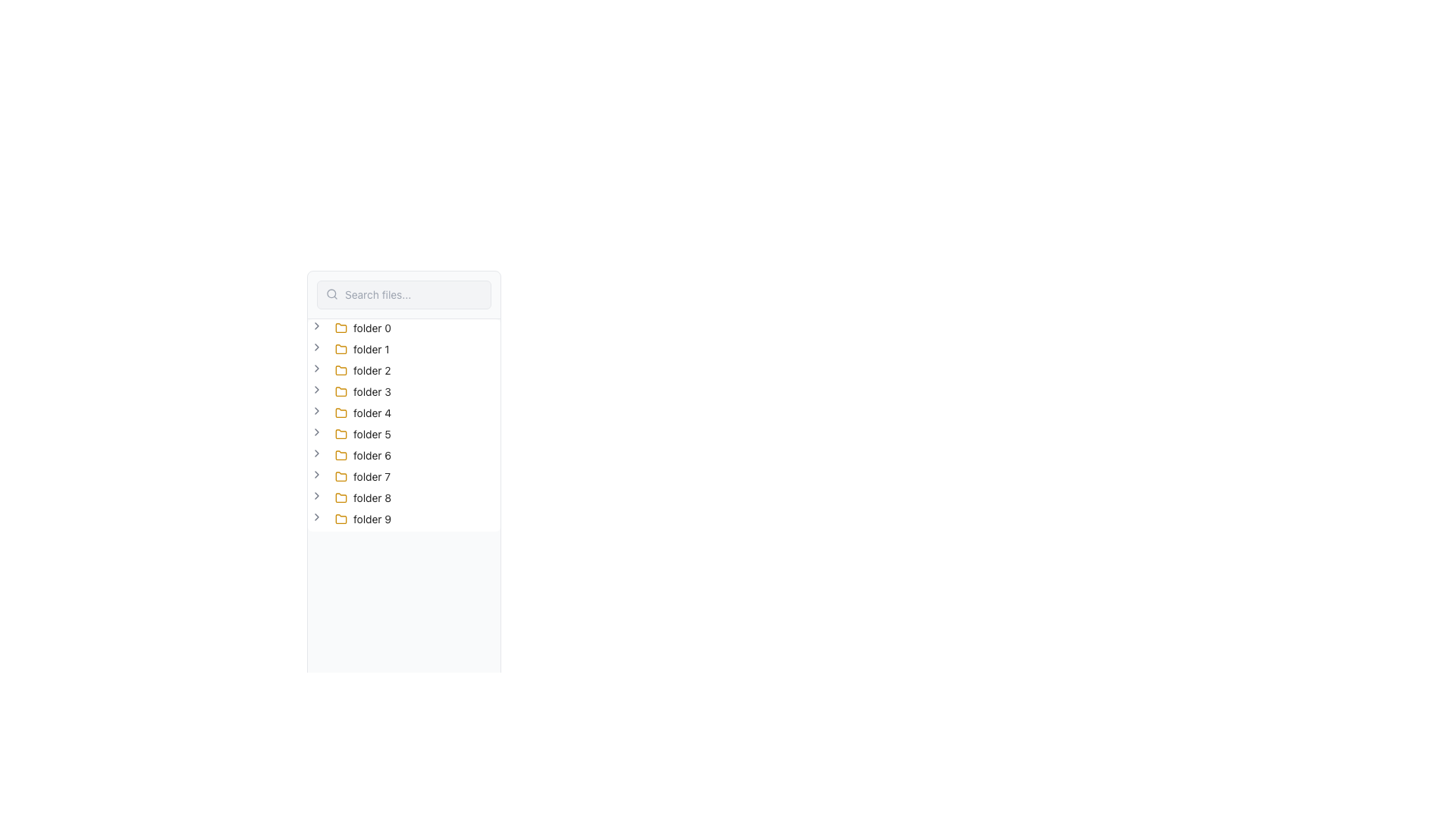 This screenshot has width=1456, height=819. What do you see at coordinates (362, 327) in the screenshot?
I see `the 'folder 0' tree view item, which is a combination of a text label and a yellowish folder icon, located at the top of the sidebar for file navigation` at bounding box center [362, 327].